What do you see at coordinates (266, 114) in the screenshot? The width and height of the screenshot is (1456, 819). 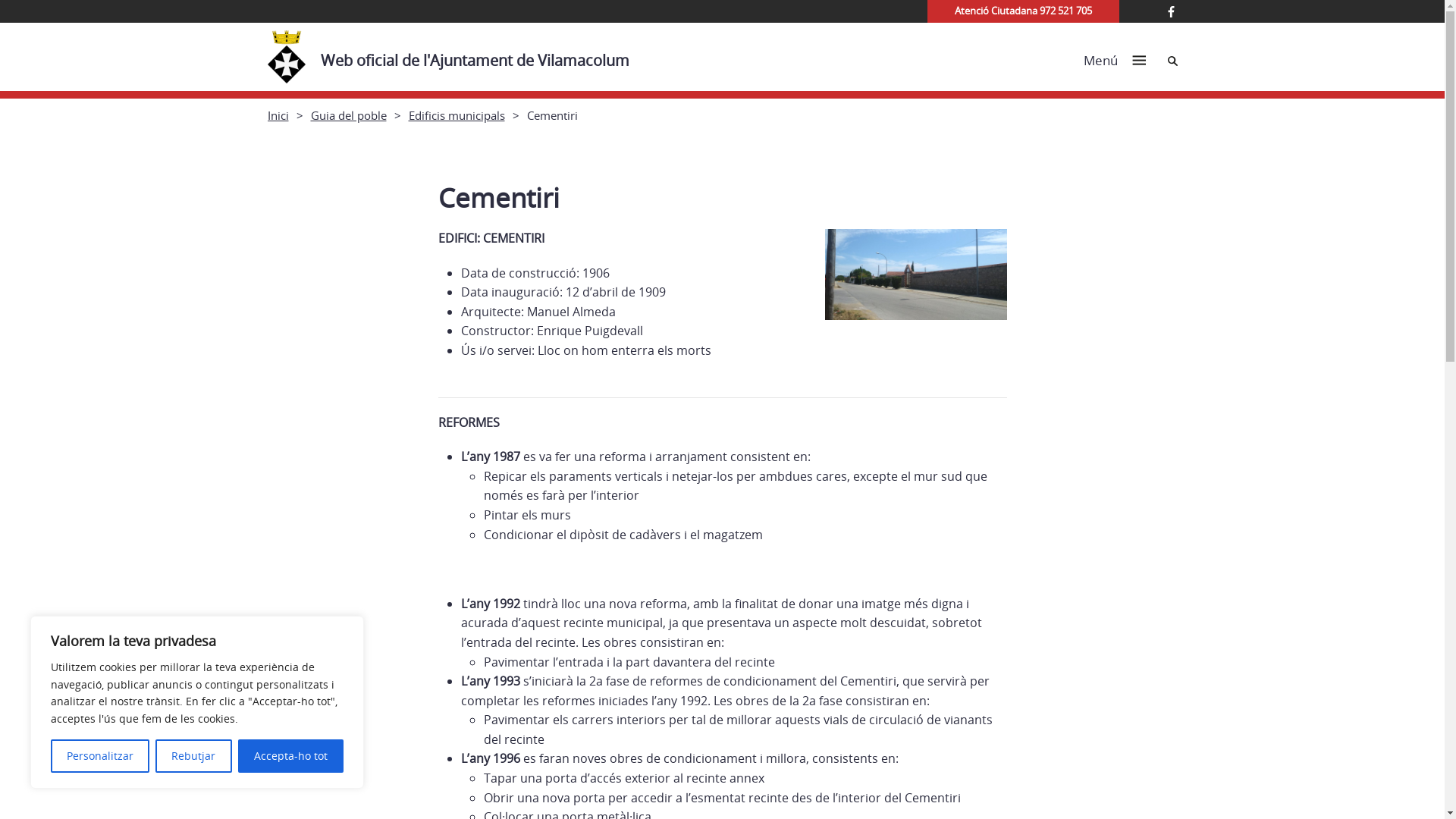 I see `'Inici'` at bounding box center [266, 114].